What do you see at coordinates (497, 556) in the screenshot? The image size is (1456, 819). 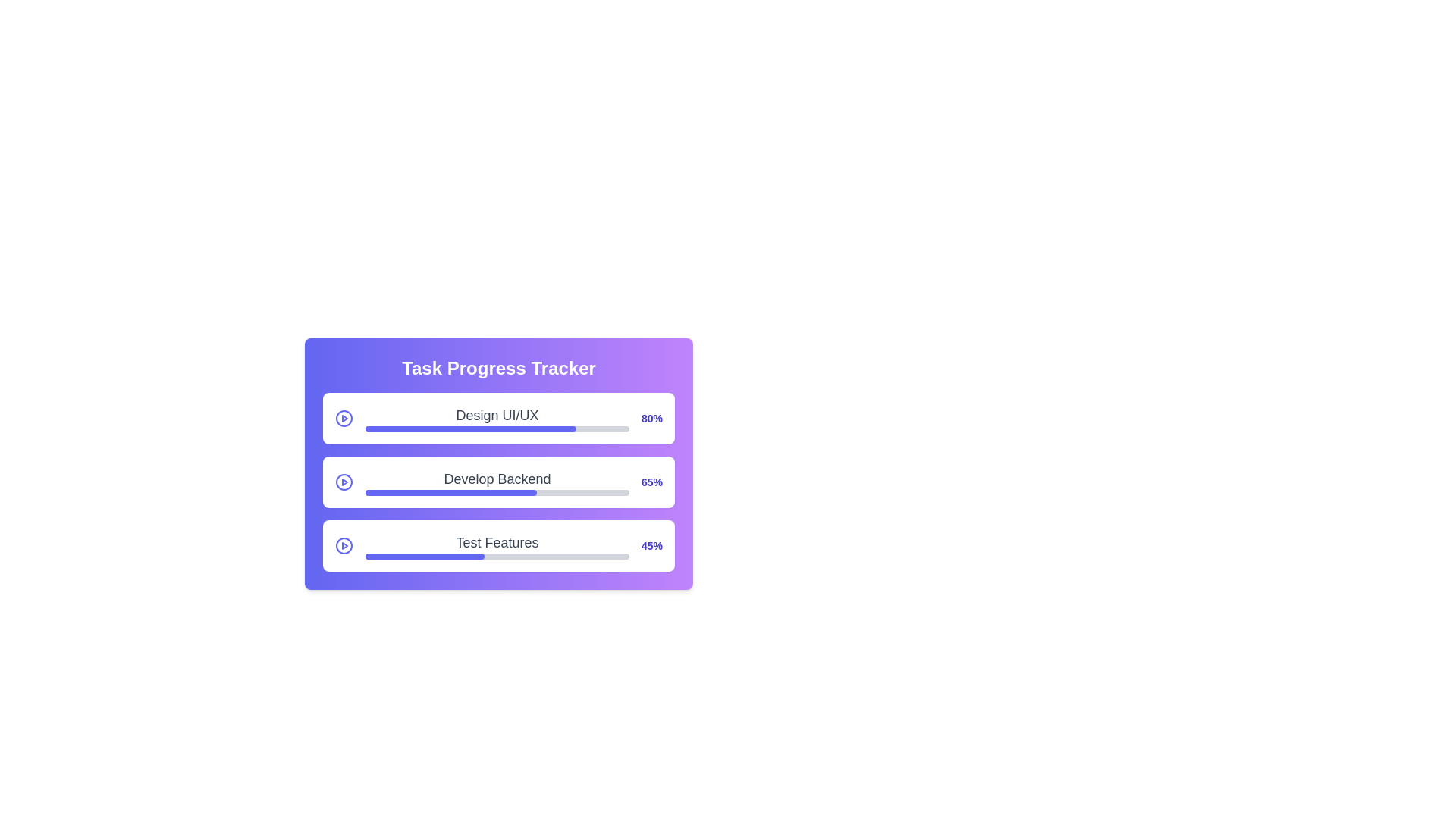 I see `the progress bar indicating the completion status for the task 'Test Features' located in the 'Task Progress Tracker' panel` at bounding box center [497, 556].